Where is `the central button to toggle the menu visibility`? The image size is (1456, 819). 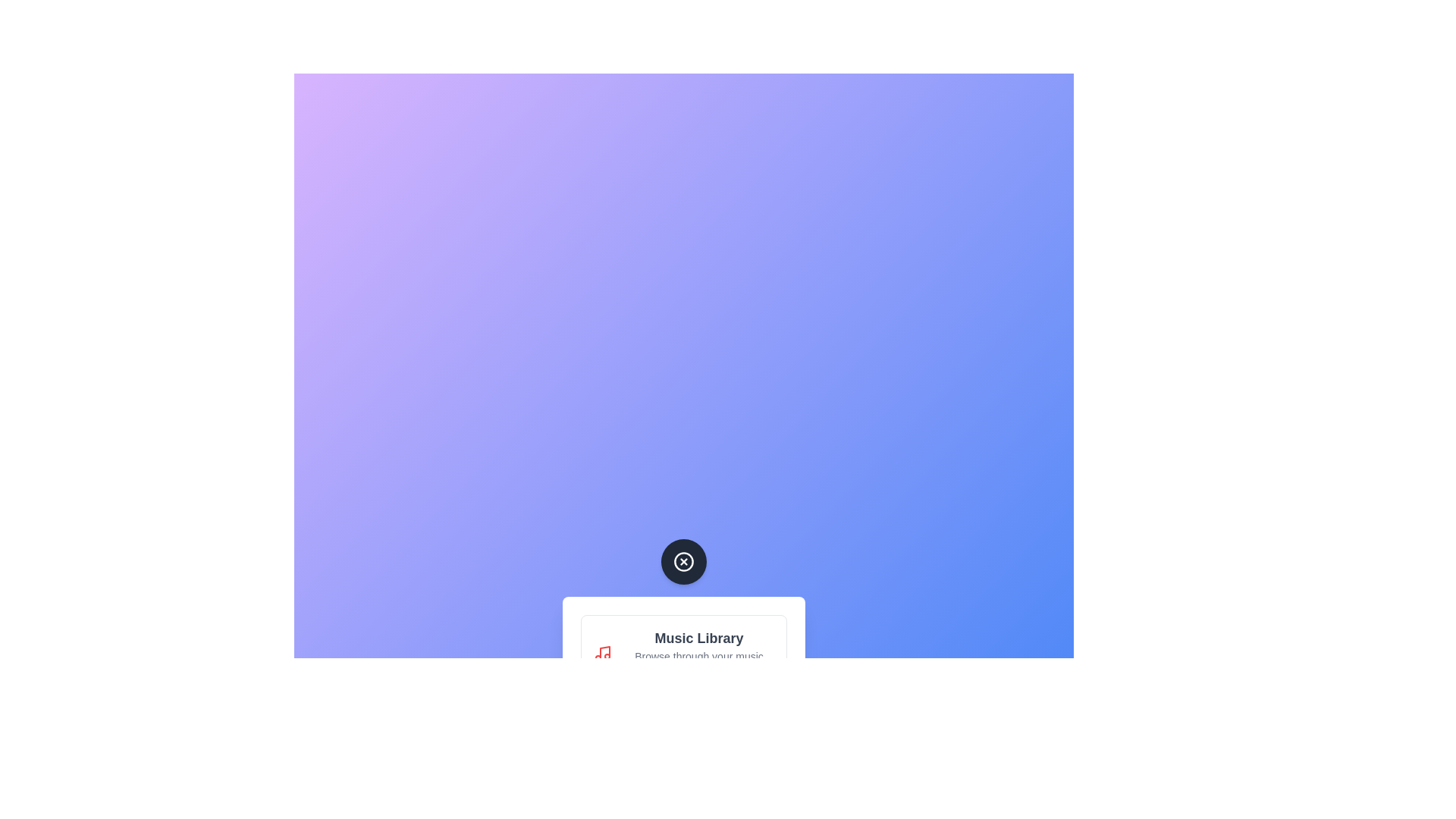
the central button to toggle the menu visibility is located at coordinates (683, 561).